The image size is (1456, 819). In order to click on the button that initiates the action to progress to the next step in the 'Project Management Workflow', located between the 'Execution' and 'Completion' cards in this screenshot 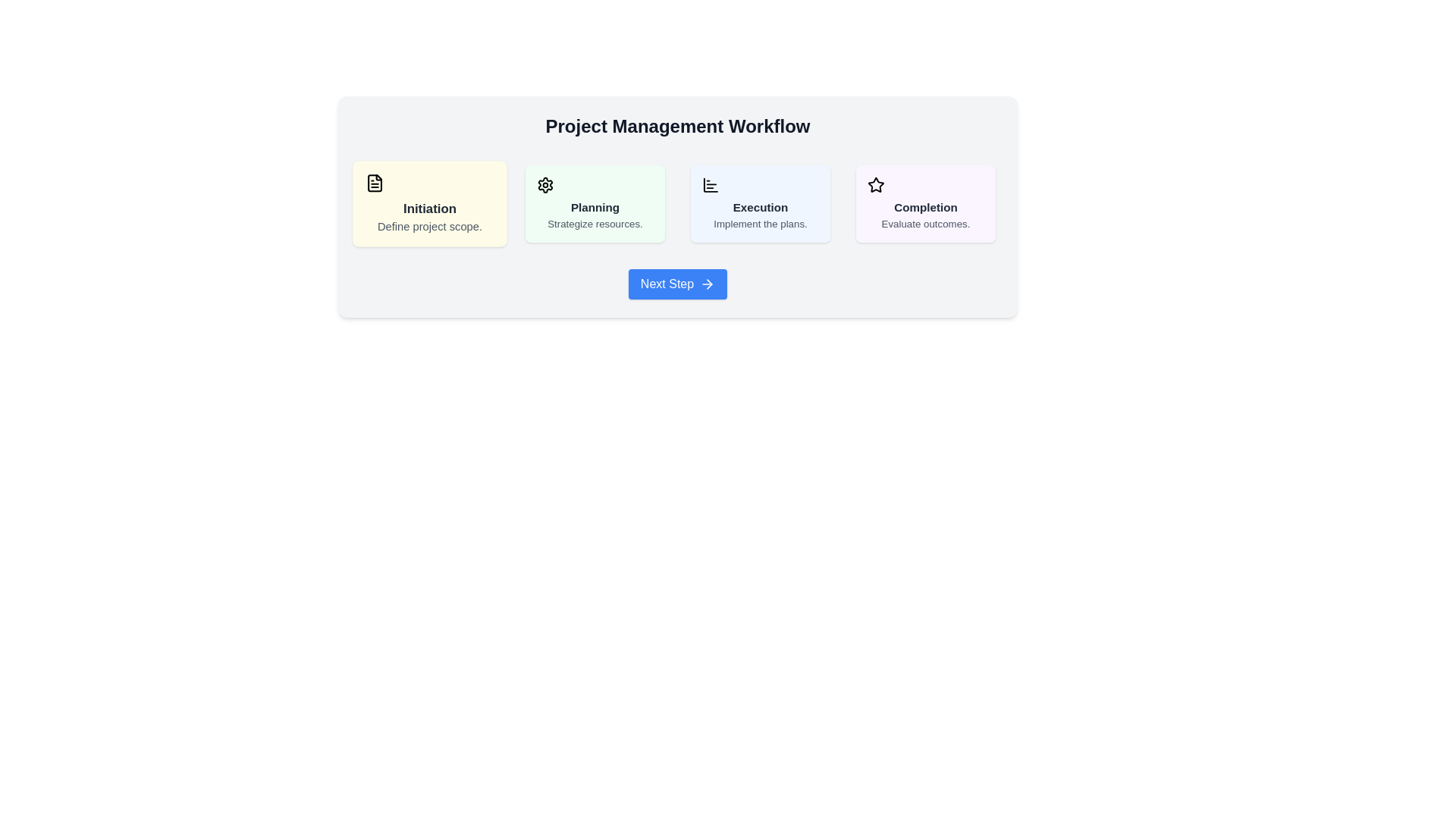, I will do `click(676, 284)`.